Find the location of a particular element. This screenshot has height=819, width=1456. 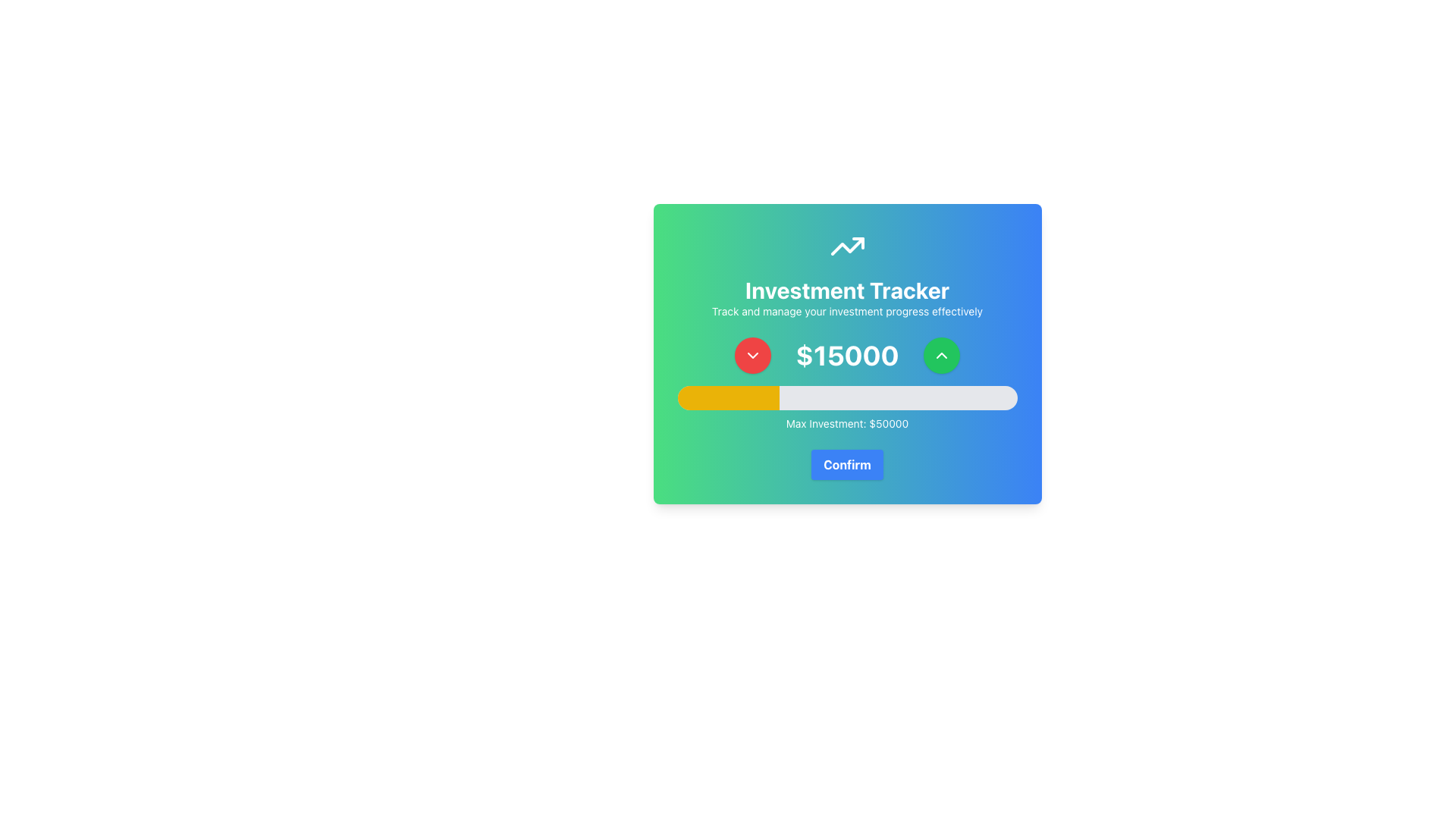

the text label displaying 'Max Investment: $50000', which is centered horizontally at the bottom of a gradient card interface, positioned below the slider bar is located at coordinates (846, 424).